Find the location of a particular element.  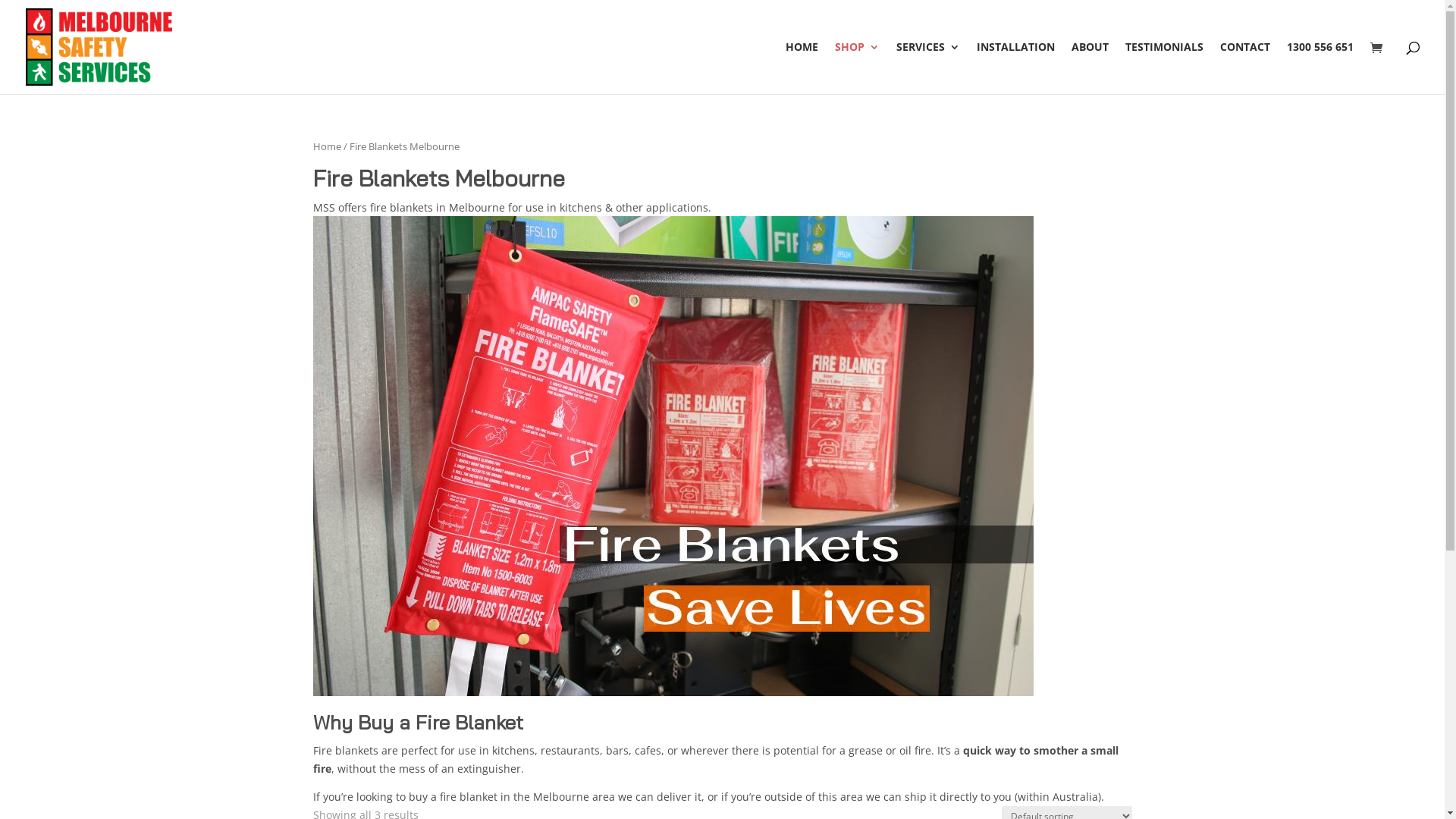

'TESTIMONIALS' is located at coordinates (1163, 67).